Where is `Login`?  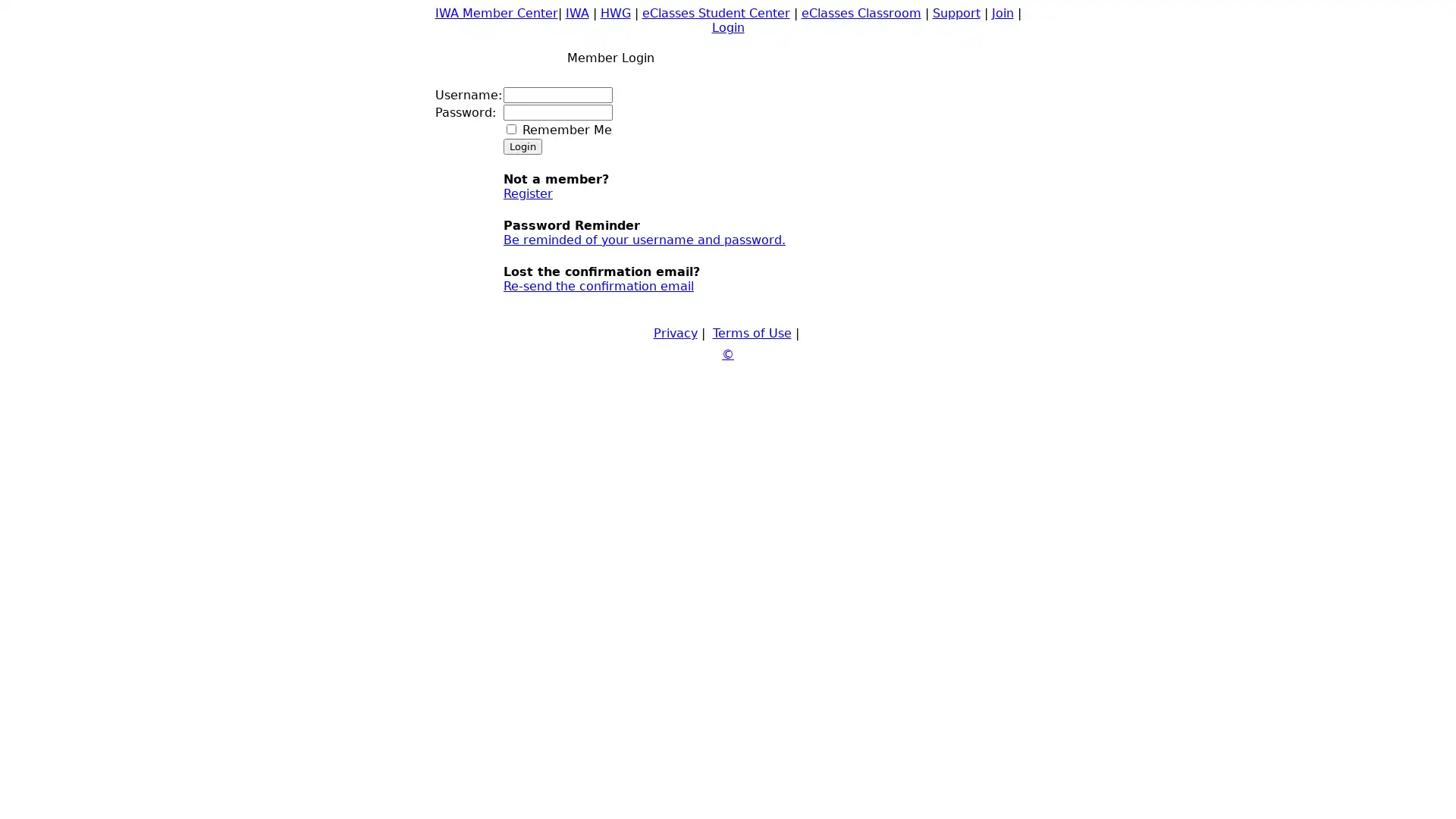
Login is located at coordinates (522, 146).